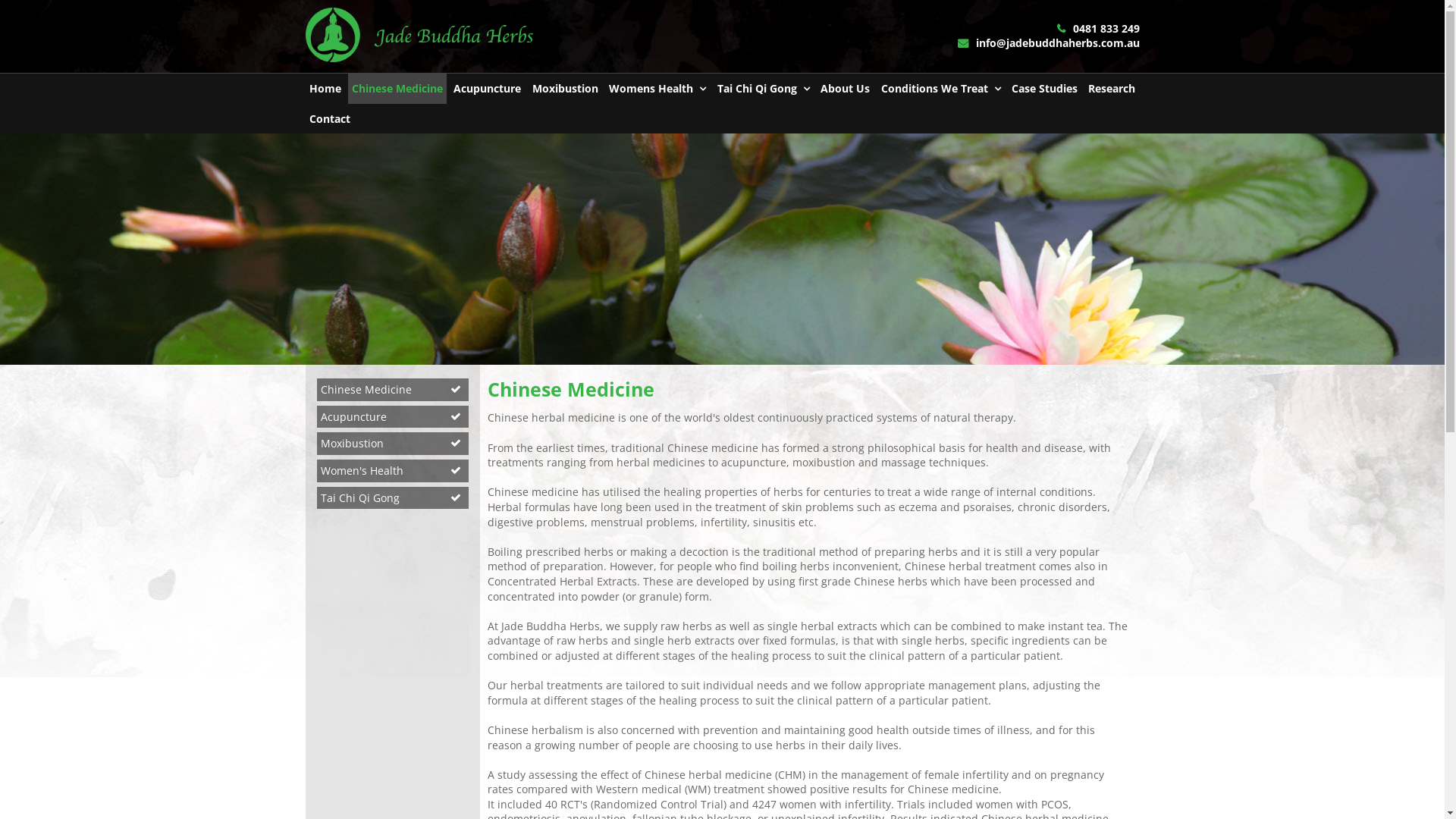 The height and width of the screenshot is (819, 1456). Describe the element at coordinates (1084, 88) in the screenshot. I see `'Research'` at that location.